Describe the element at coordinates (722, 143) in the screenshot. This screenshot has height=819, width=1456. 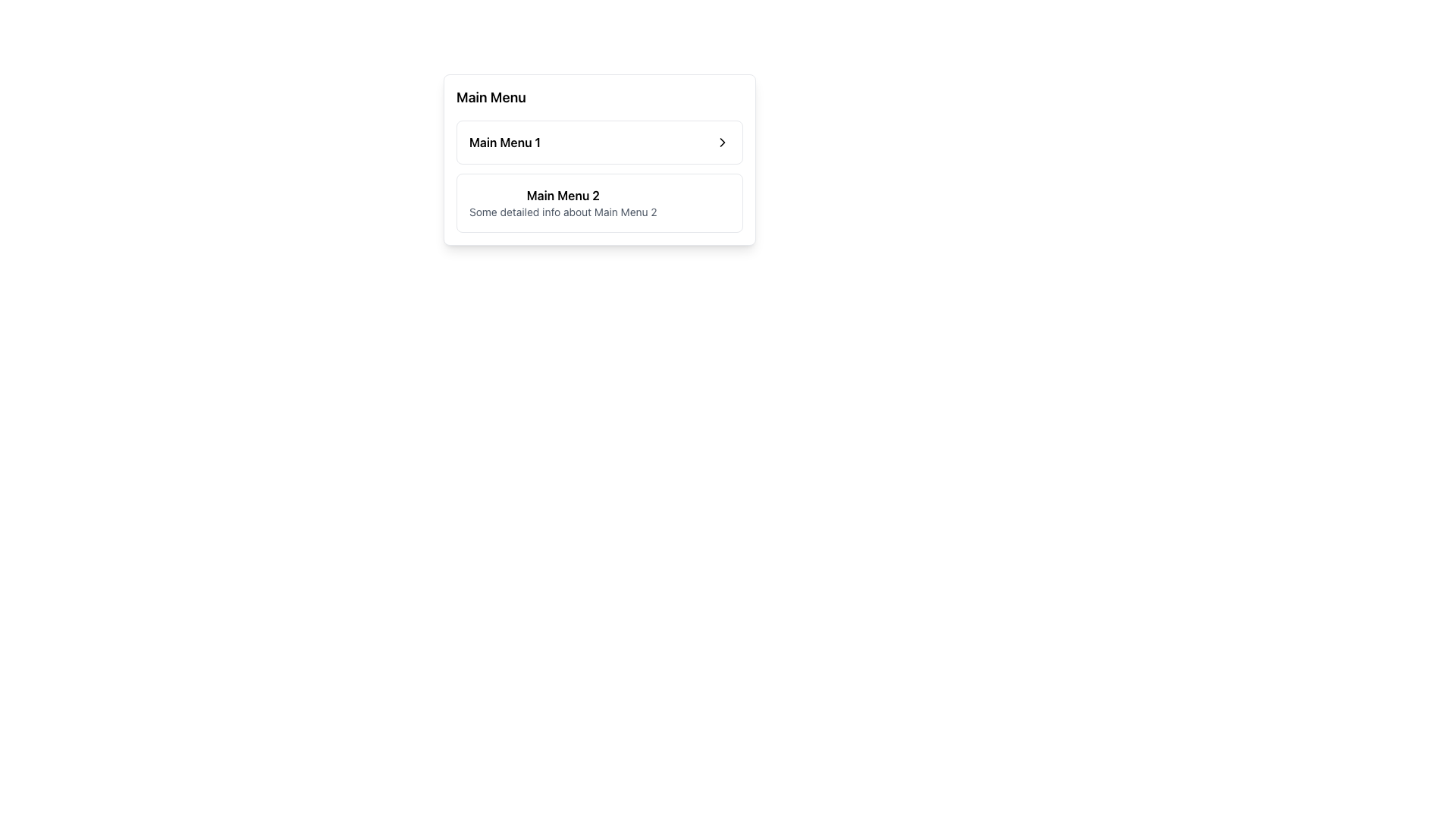
I see `the right-facing chevron icon of the 'Main Menu 1' entry to receive visual feedback or tooltip` at that location.